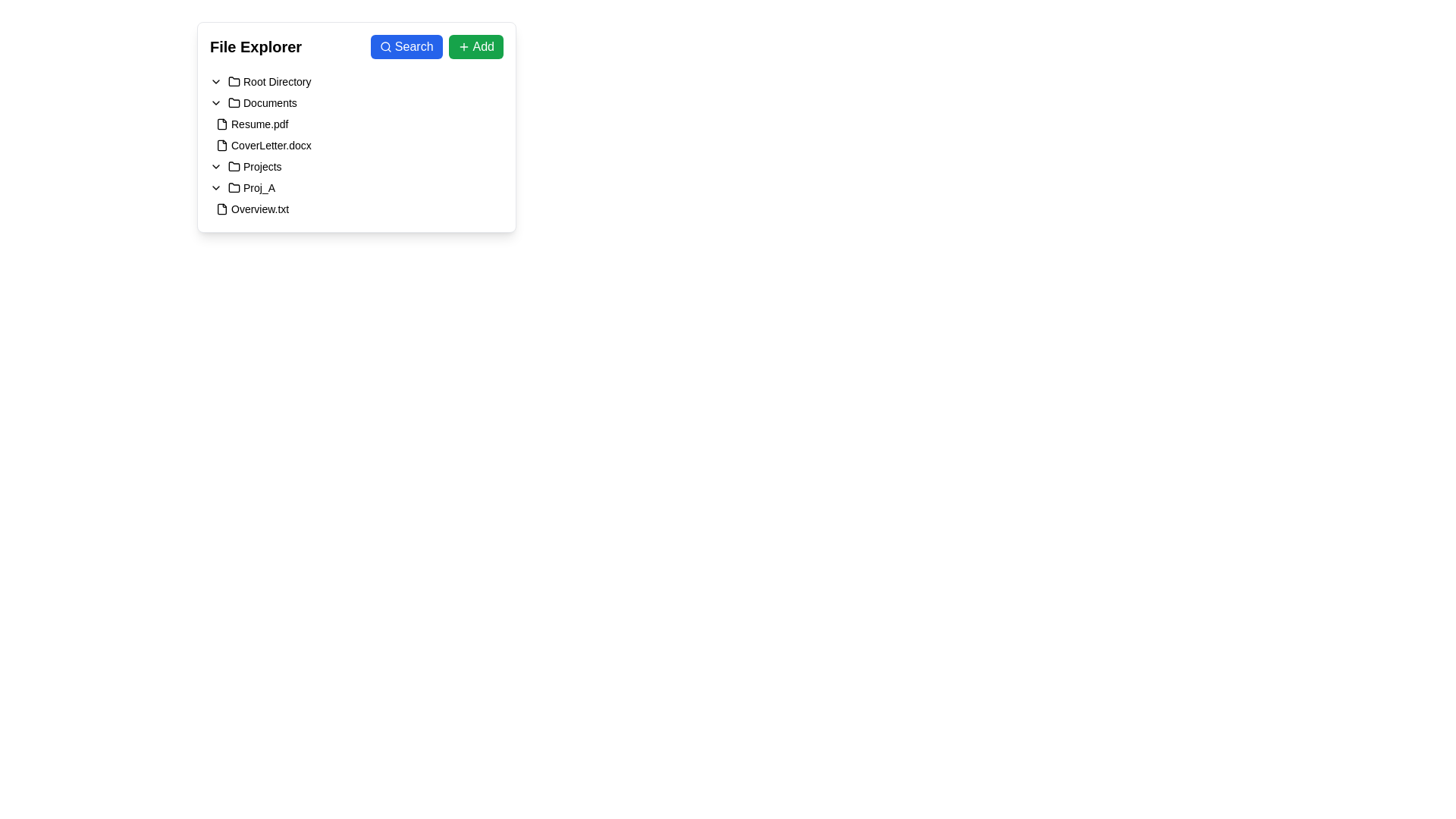  I want to click on the text label displaying 'Proj_A', which is styled with medium font weight and, so click(251, 187).